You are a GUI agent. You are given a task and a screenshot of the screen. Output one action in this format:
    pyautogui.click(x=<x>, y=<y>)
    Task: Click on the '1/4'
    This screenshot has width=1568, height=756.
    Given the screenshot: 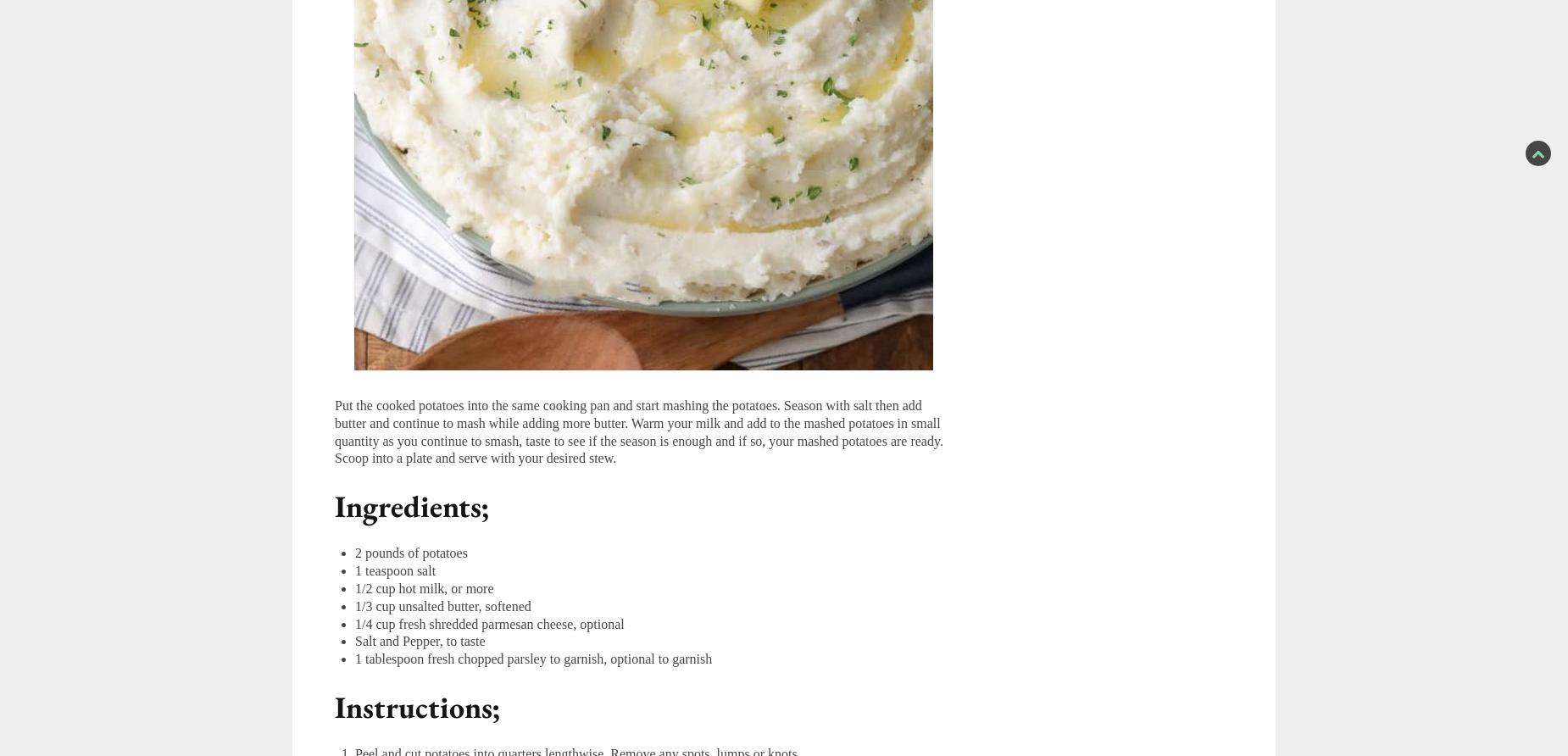 What is the action you would take?
    pyautogui.click(x=363, y=623)
    